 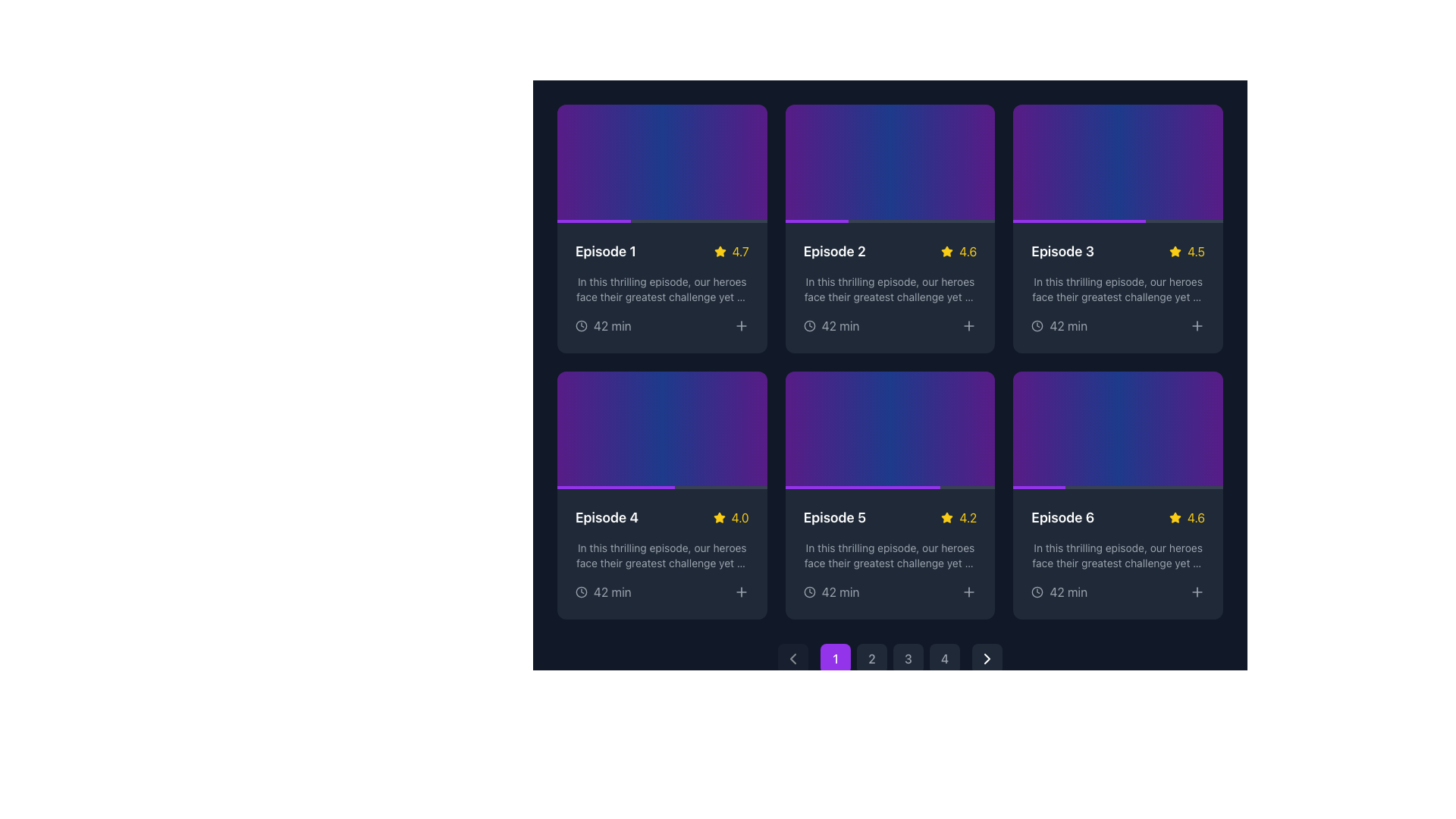 I want to click on the SVG Circle representing the clock-like icon for 'Episode 6' located in the bottom-right corner of the grid layout, so click(x=1037, y=591).